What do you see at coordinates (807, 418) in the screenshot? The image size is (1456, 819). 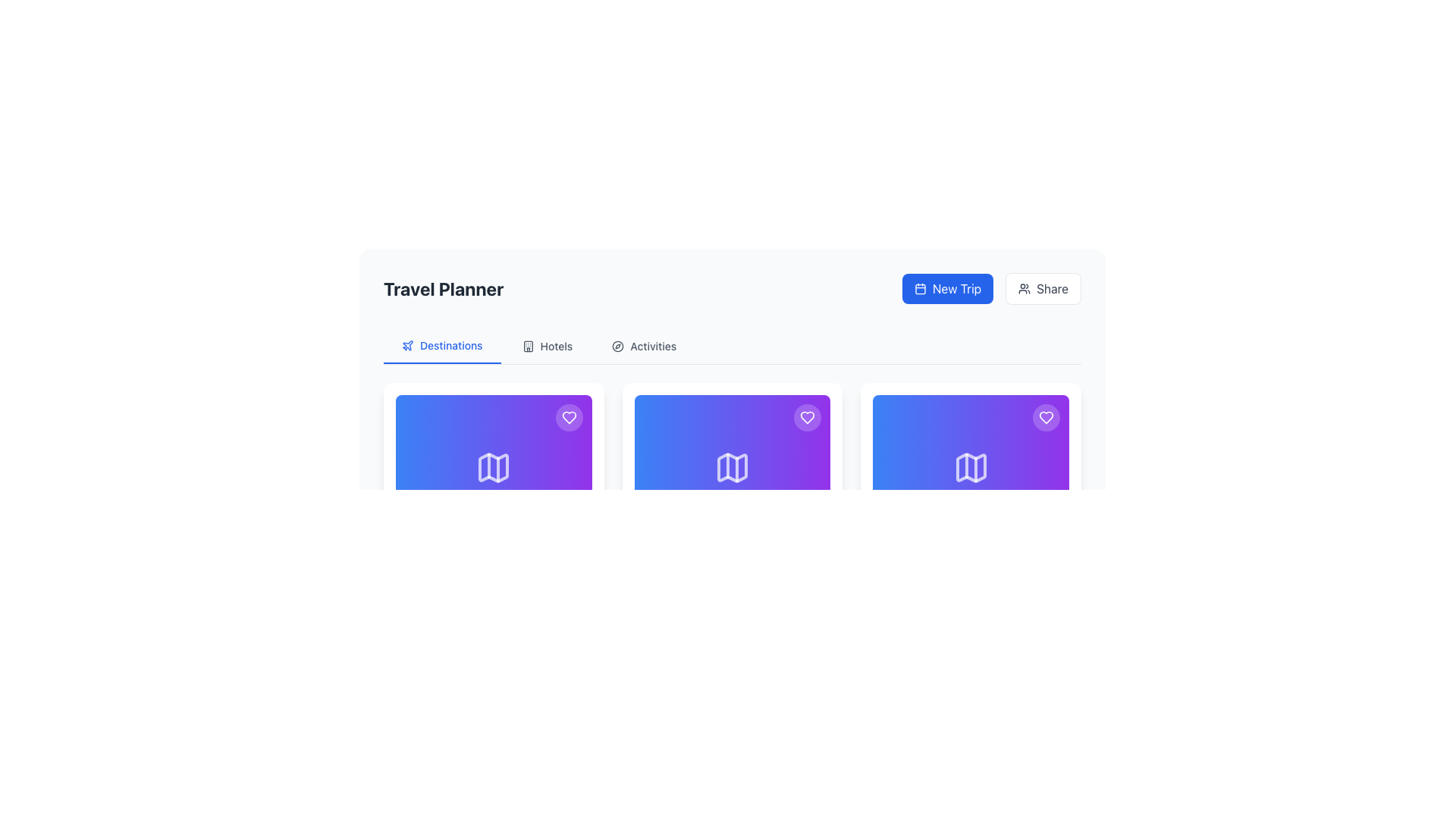 I see `the heart-shaped icon button, which is filled with purple or pink` at bounding box center [807, 418].